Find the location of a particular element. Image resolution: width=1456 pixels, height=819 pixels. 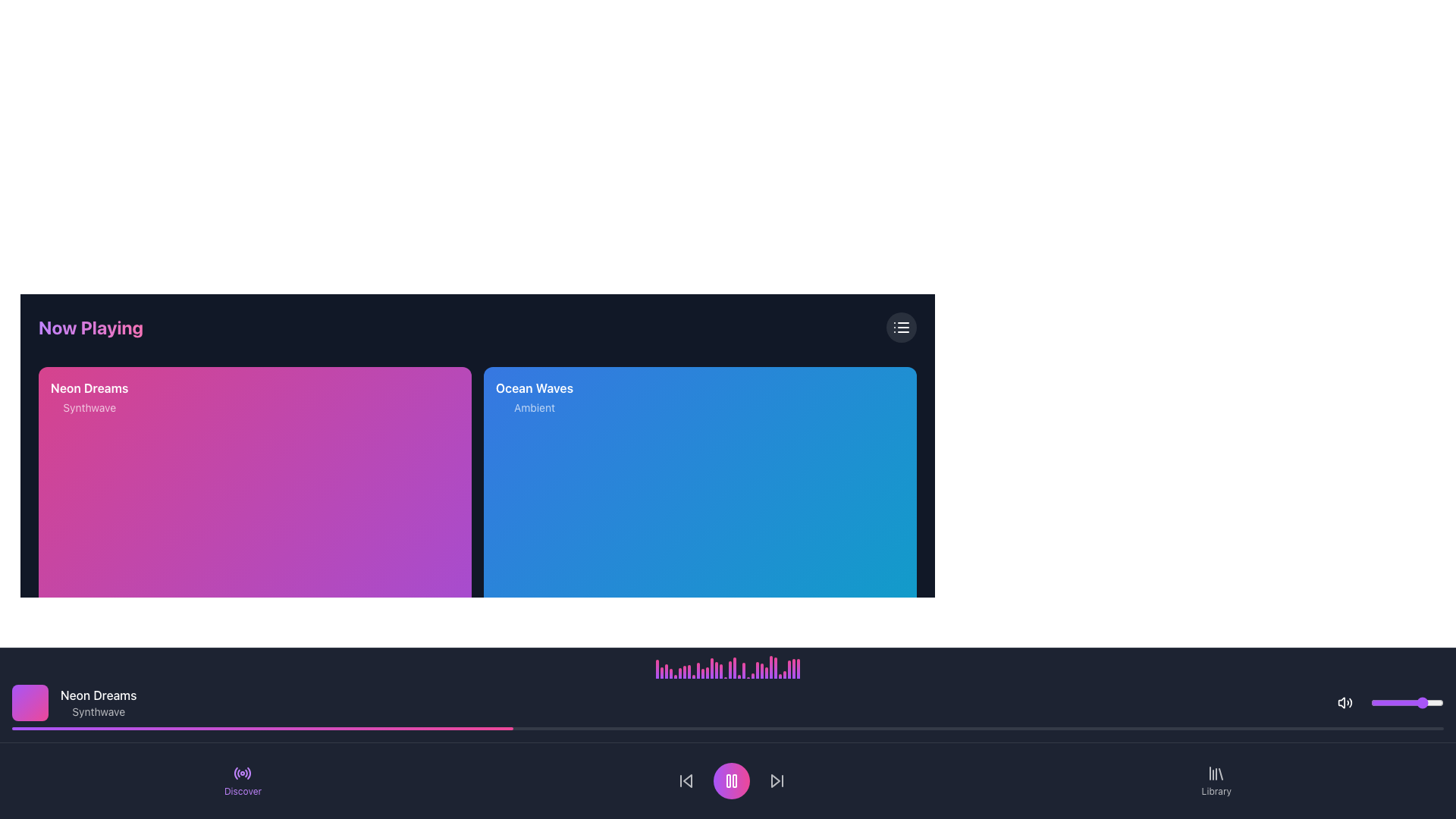

the slider is located at coordinates (1438, 702).